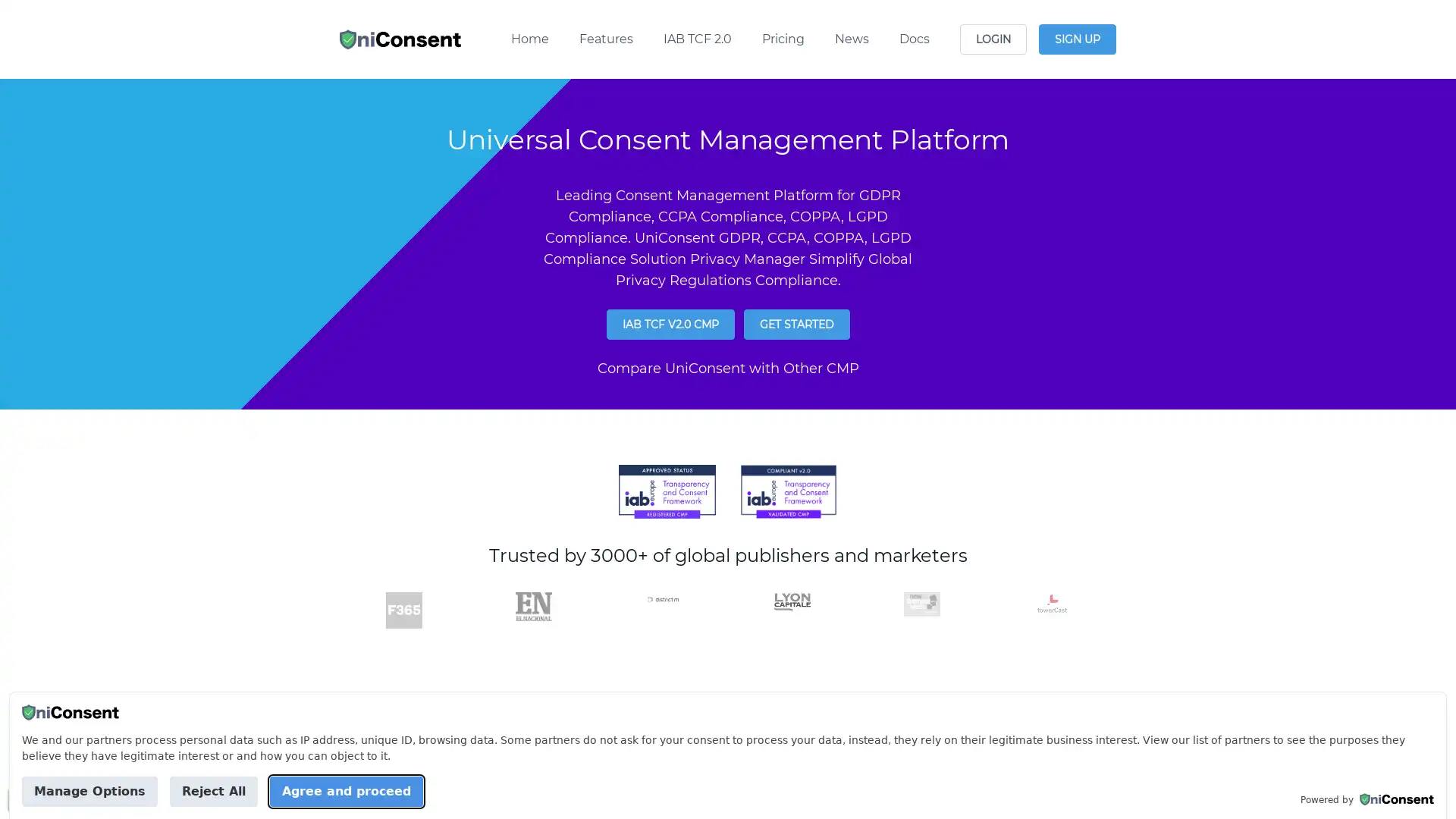  What do you see at coordinates (89, 791) in the screenshot?
I see `Manage Options` at bounding box center [89, 791].